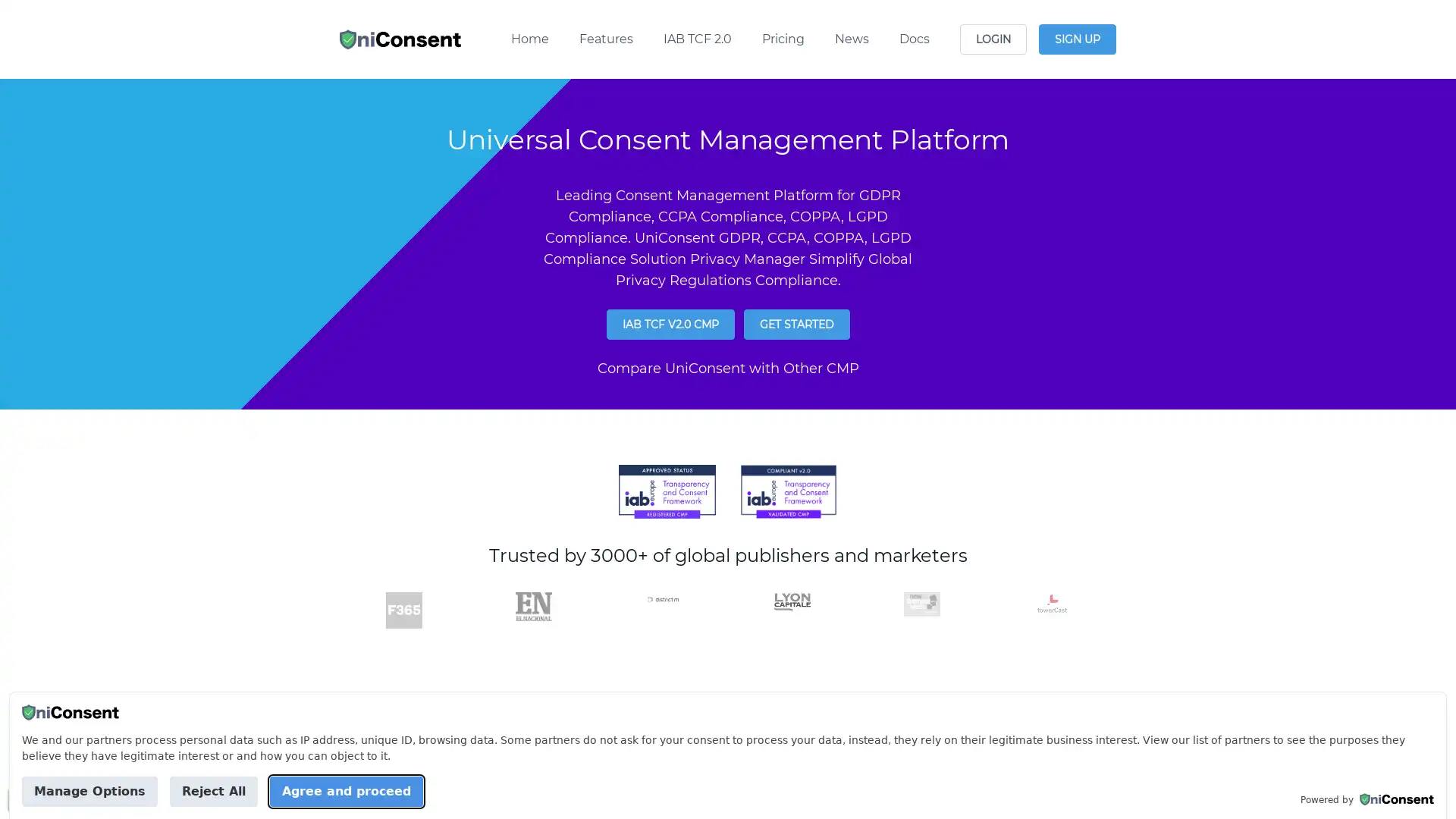  What do you see at coordinates (89, 791) in the screenshot?
I see `Manage Options` at bounding box center [89, 791].